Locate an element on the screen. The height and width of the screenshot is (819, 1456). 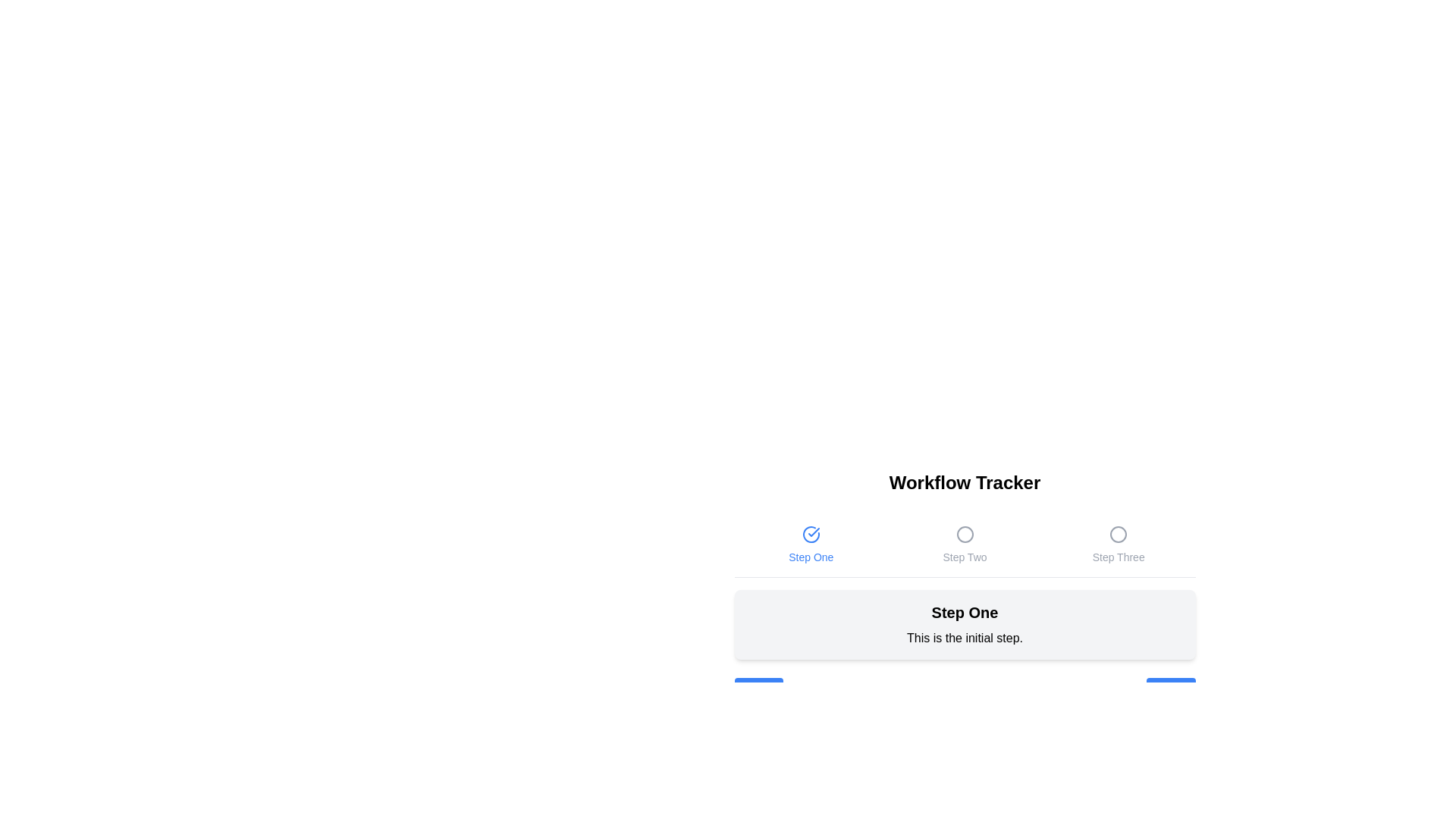
the static step indicator component for 'Step Two' is located at coordinates (964, 544).